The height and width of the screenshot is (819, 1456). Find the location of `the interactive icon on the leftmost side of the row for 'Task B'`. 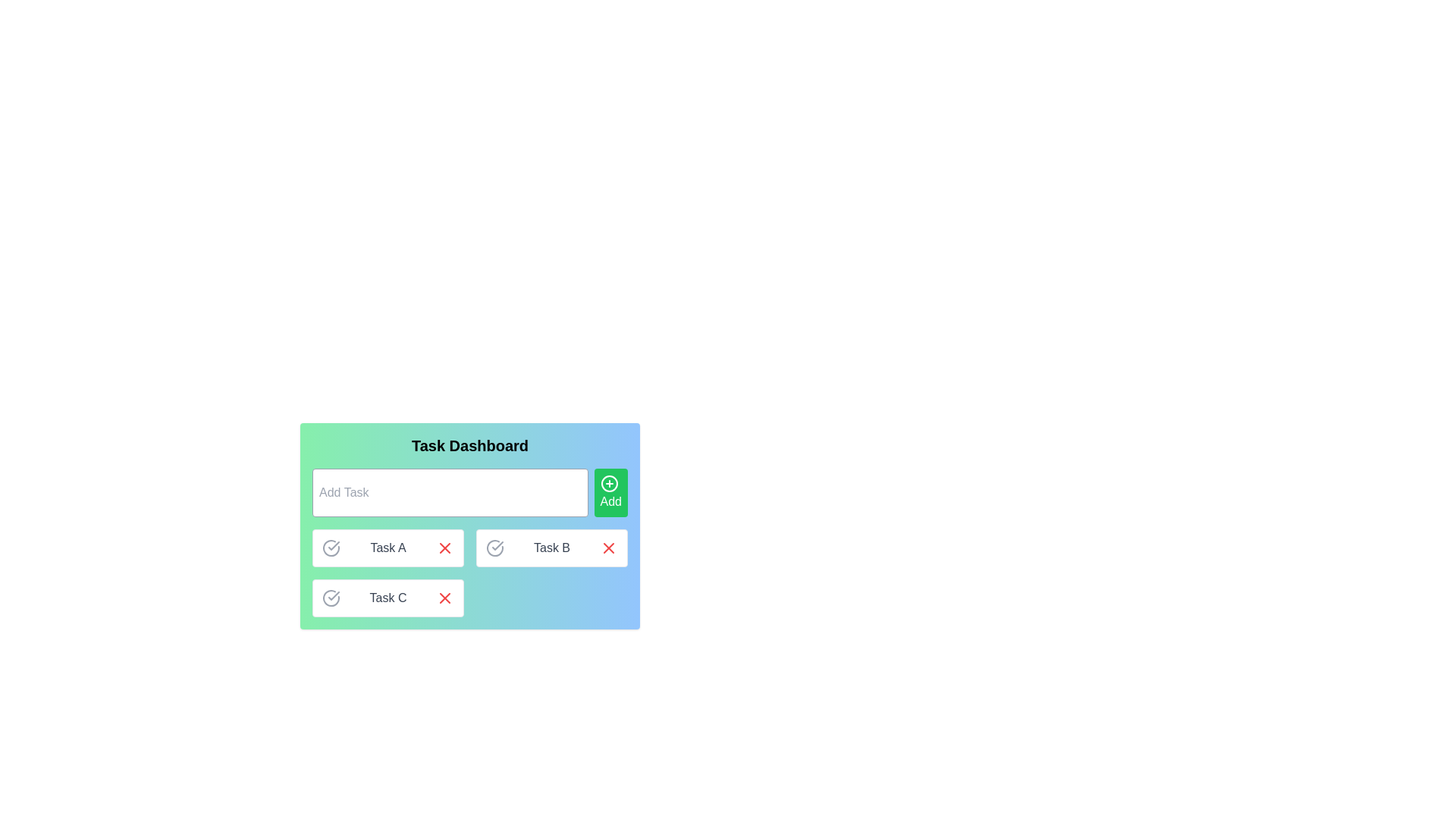

the interactive icon on the leftmost side of the row for 'Task B' is located at coordinates (494, 548).